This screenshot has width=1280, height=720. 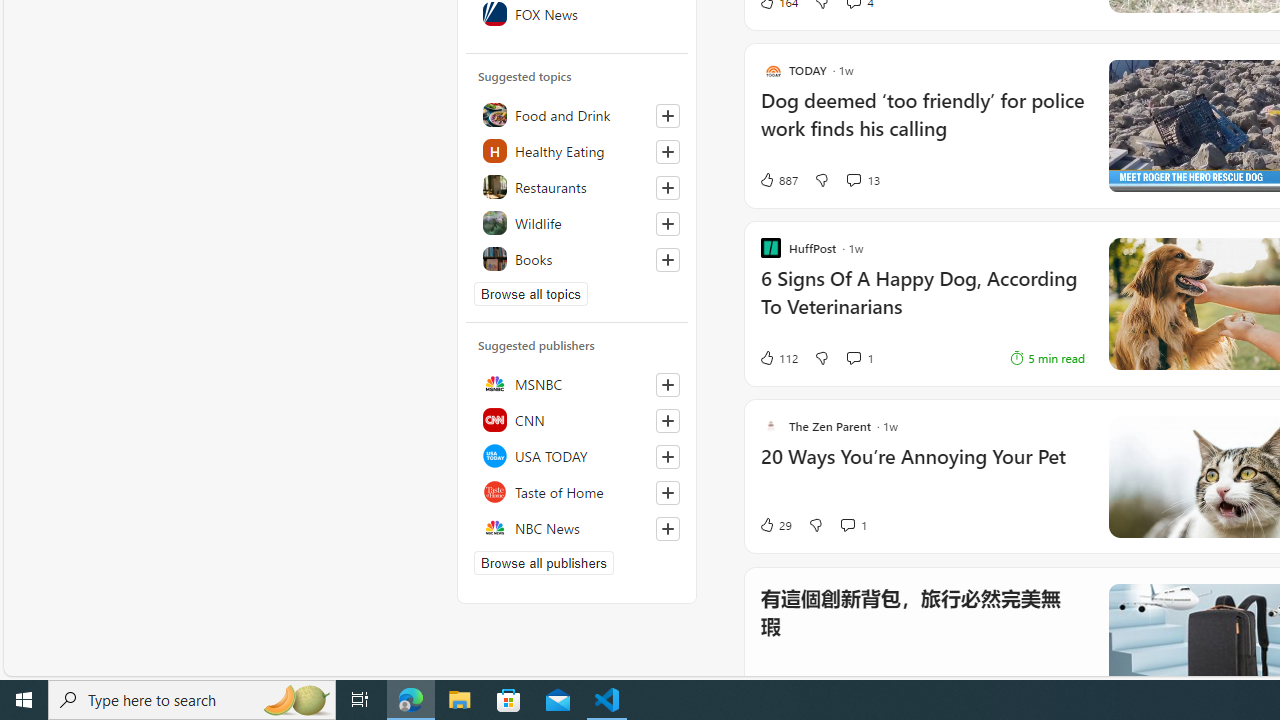 What do you see at coordinates (576, 527) in the screenshot?
I see `'NBC News'` at bounding box center [576, 527].